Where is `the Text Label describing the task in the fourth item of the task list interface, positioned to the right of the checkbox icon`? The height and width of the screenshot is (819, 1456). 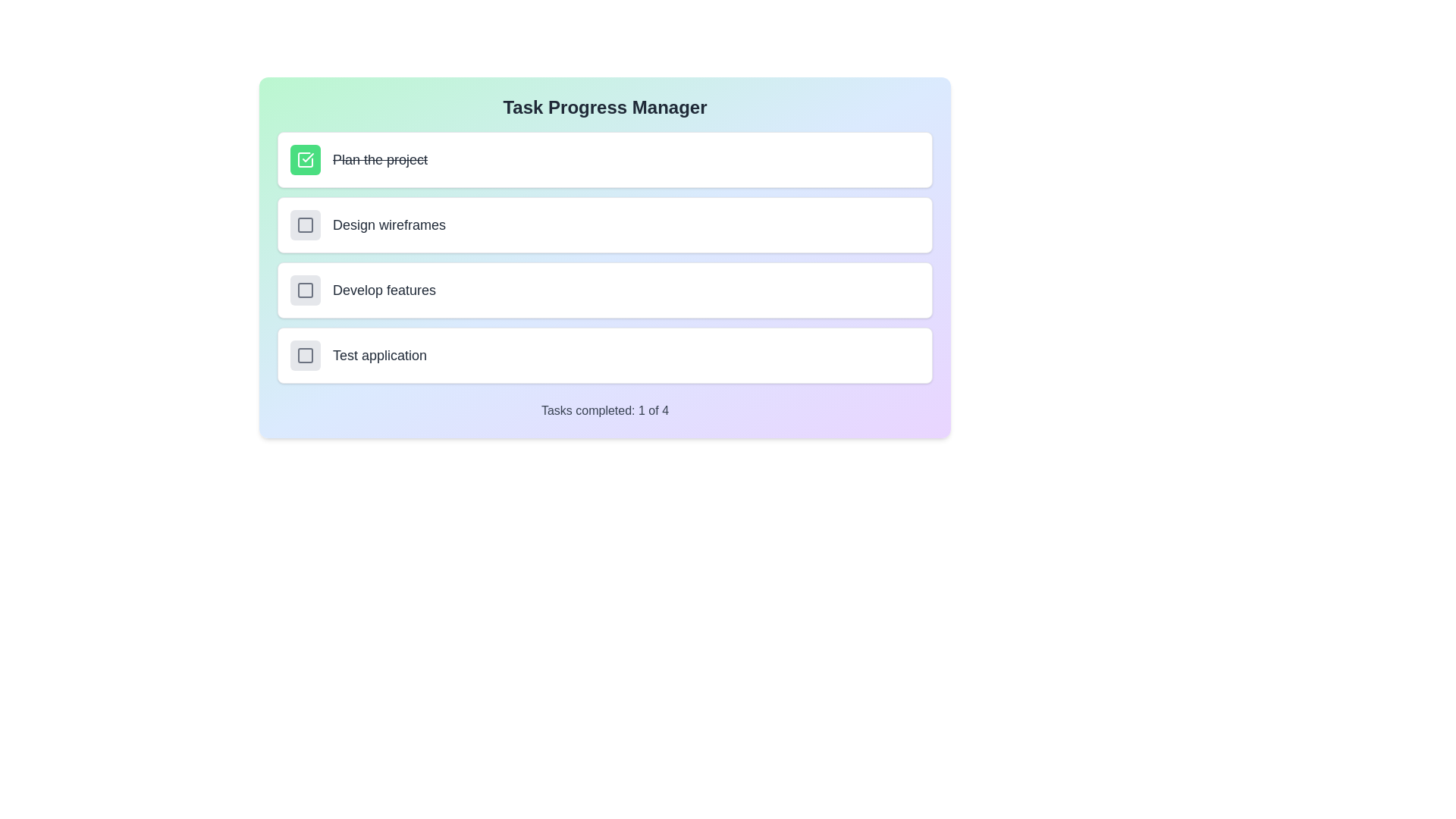 the Text Label describing the task in the fourth item of the task list interface, positioned to the right of the checkbox icon is located at coordinates (380, 356).